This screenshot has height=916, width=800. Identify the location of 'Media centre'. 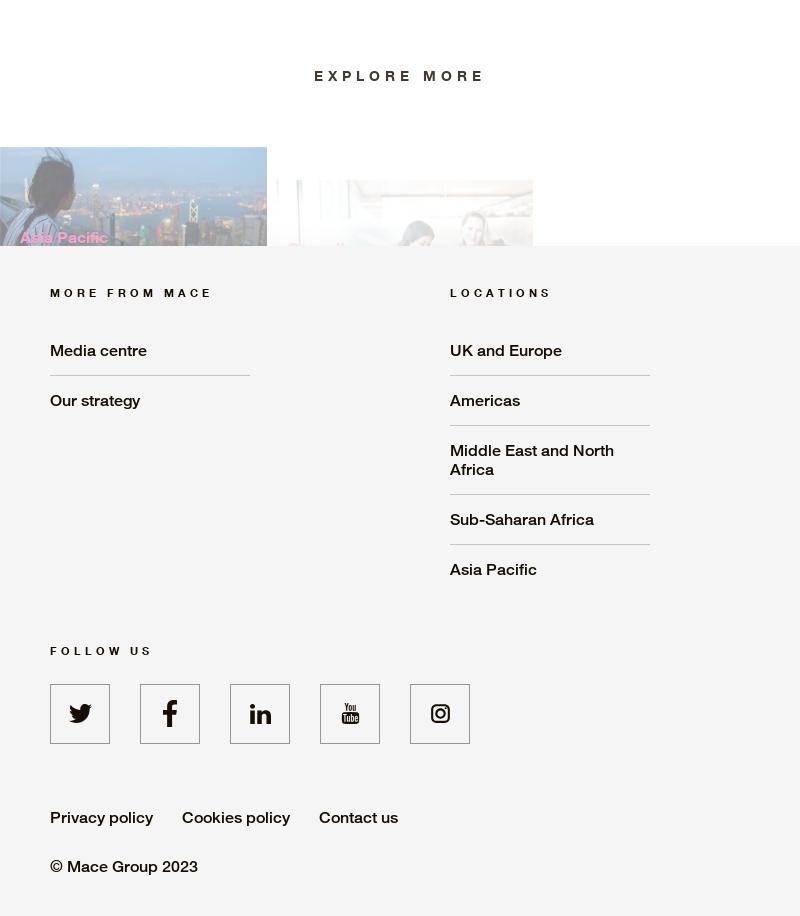
(49, 349).